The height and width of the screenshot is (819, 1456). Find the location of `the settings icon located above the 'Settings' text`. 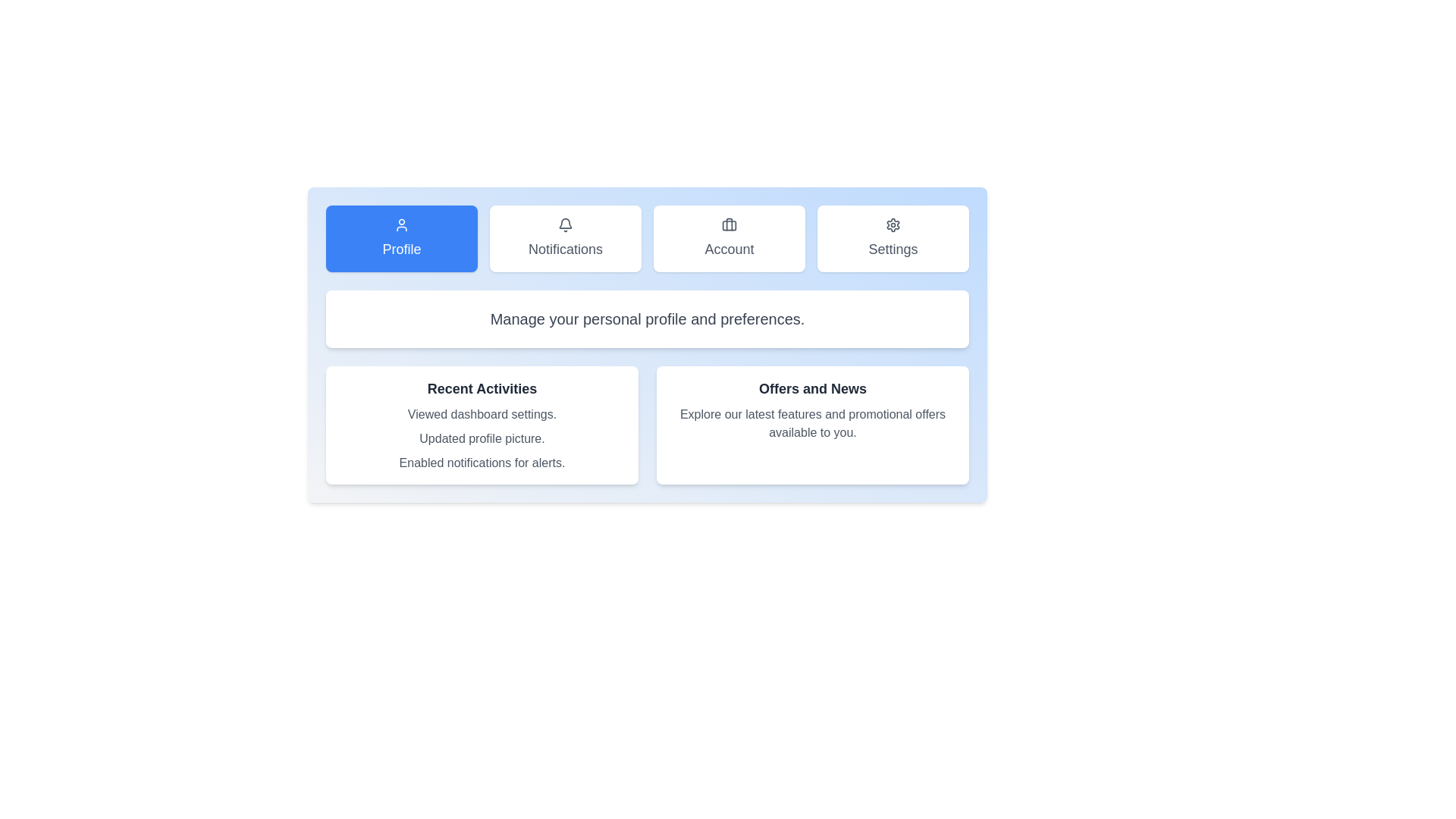

the settings icon located above the 'Settings' text is located at coordinates (893, 225).